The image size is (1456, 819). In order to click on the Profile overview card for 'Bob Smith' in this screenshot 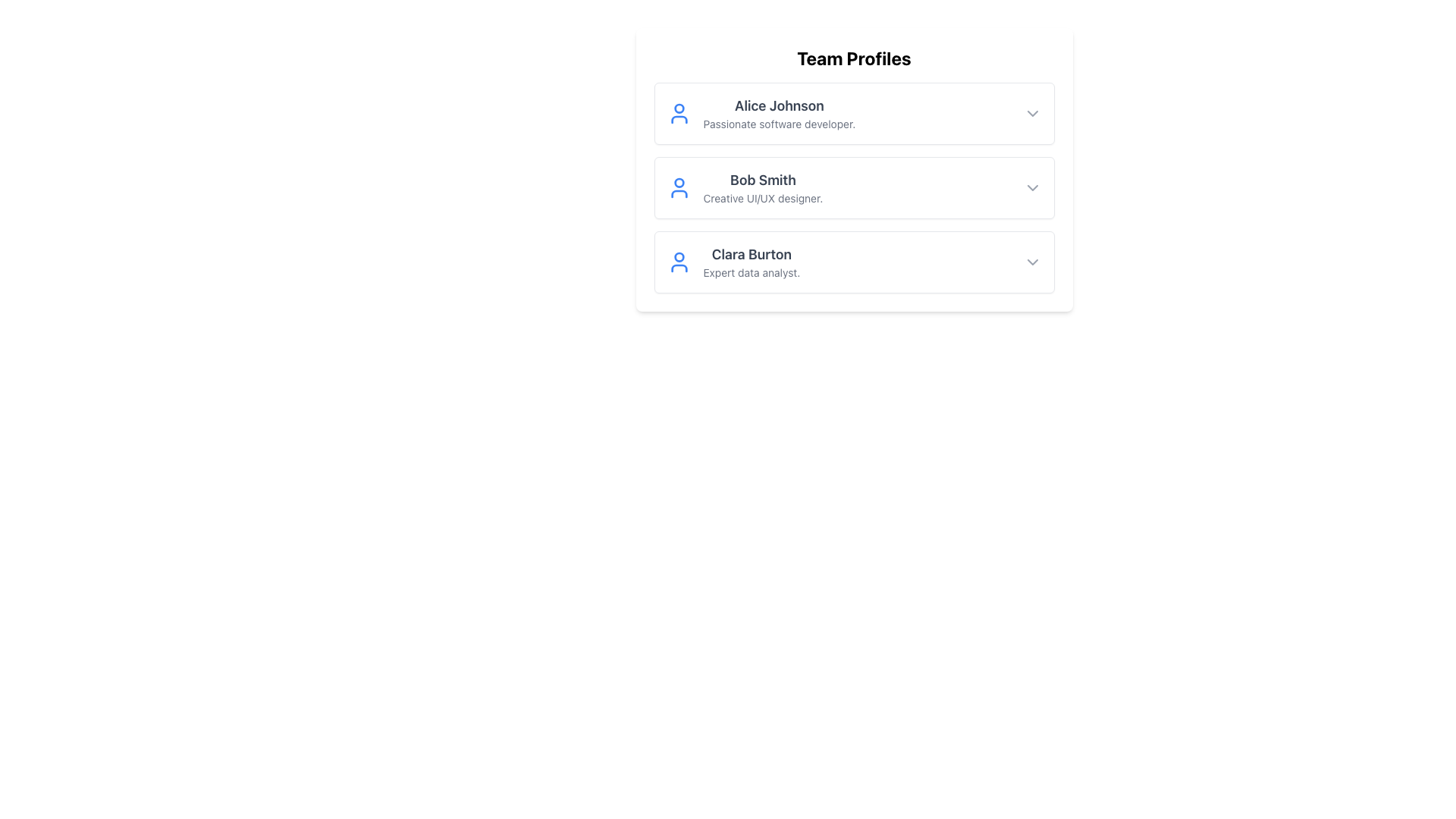, I will do `click(854, 187)`.